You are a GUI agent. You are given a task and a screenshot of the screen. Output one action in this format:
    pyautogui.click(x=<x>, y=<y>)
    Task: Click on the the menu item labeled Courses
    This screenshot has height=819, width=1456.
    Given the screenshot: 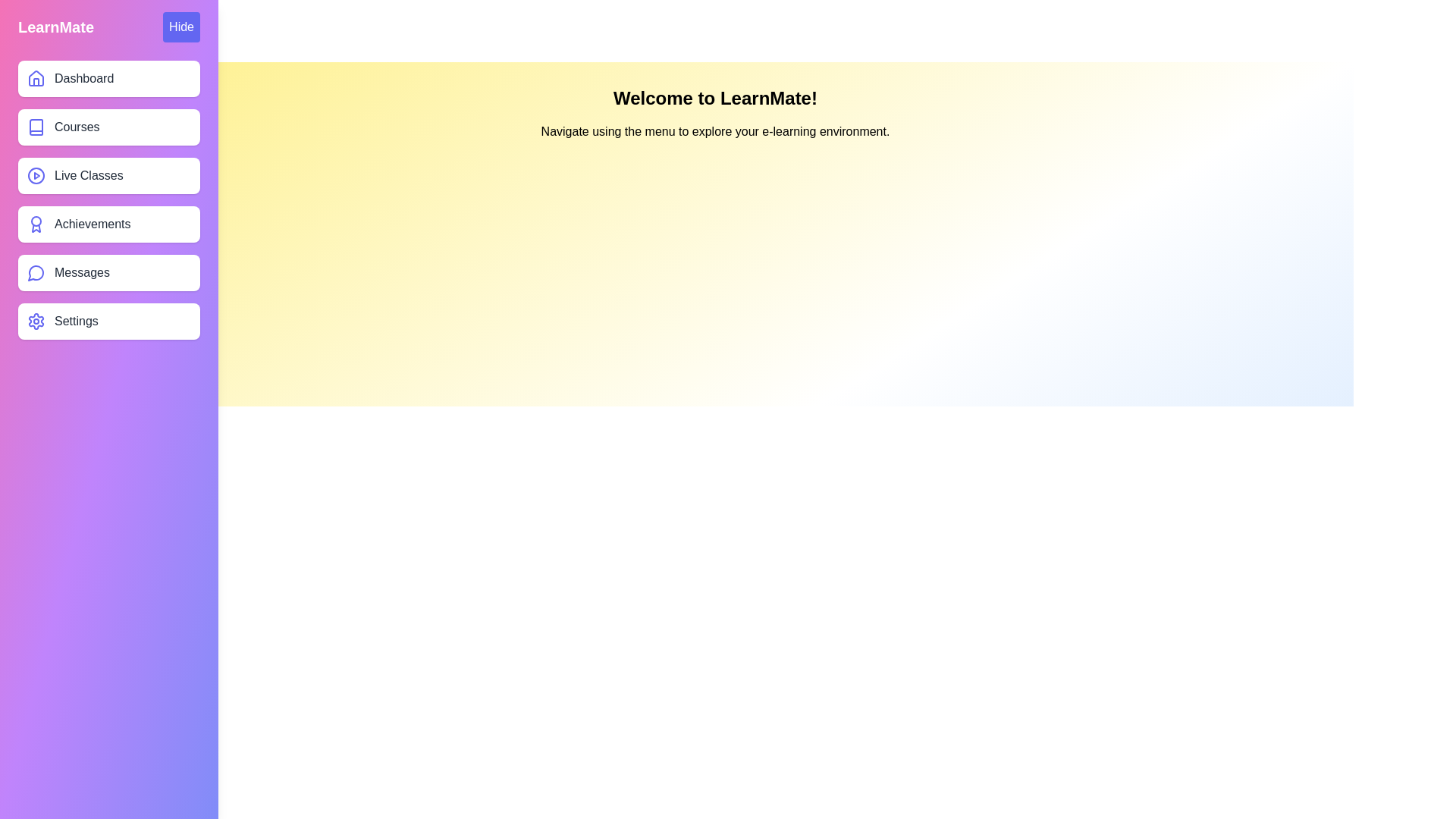 What is the action you would take?
    pyautogui.click(x=108, y=127)
    